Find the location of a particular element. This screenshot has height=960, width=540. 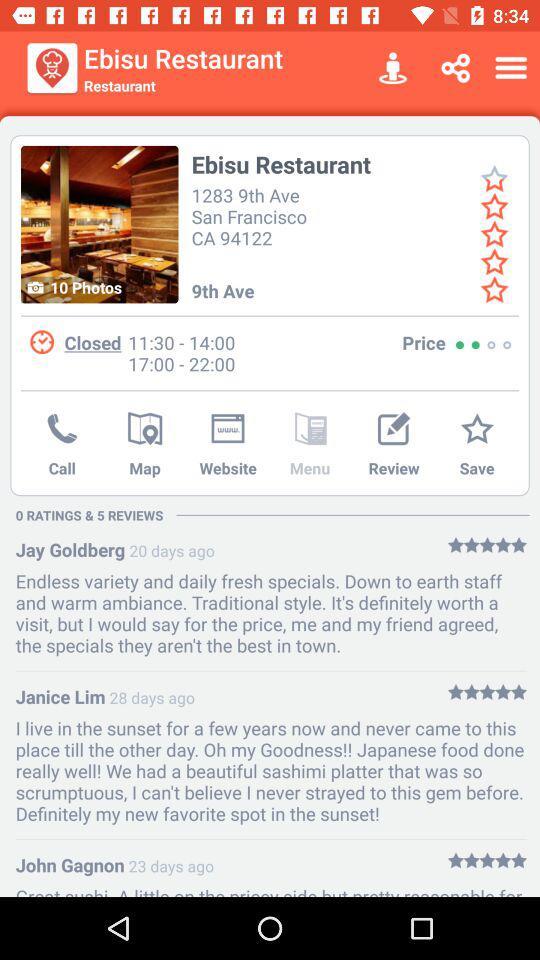

the icon next to the ebisu restaurant is located at coordinates (393, 68).